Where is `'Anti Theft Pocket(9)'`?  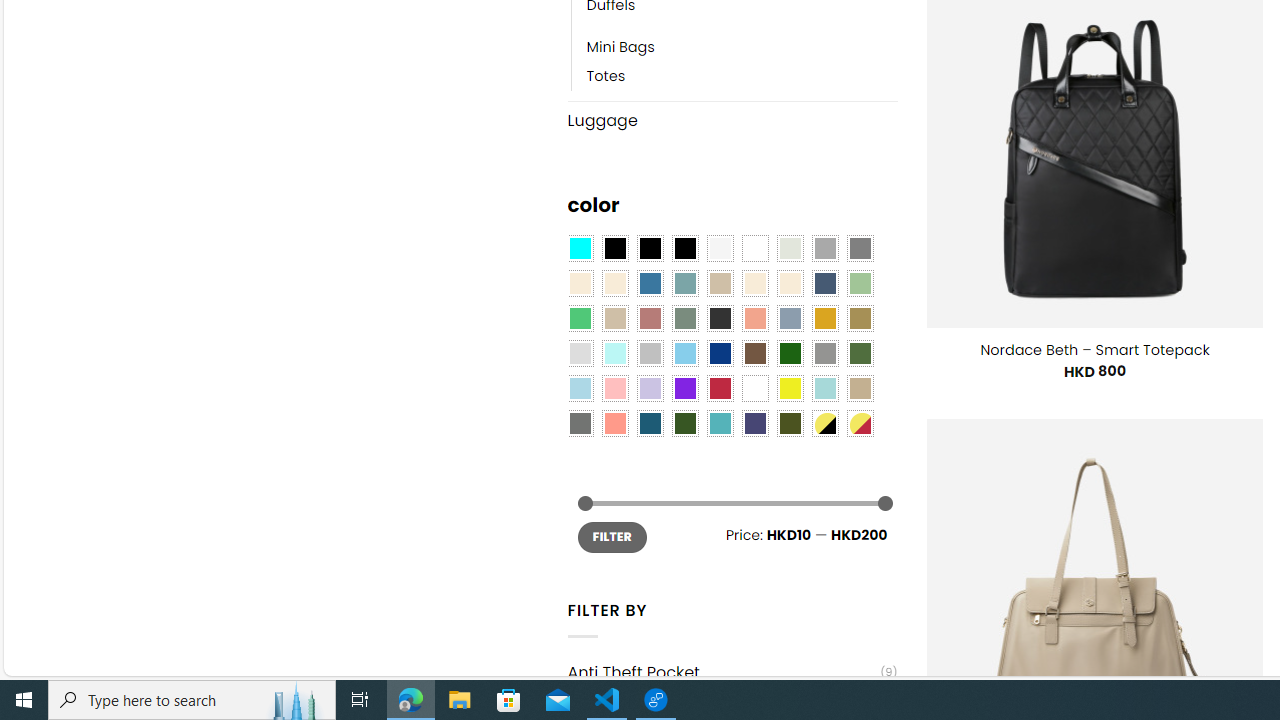
'Anti Theft Pocket(9)' is located at coordinates (731, 672).